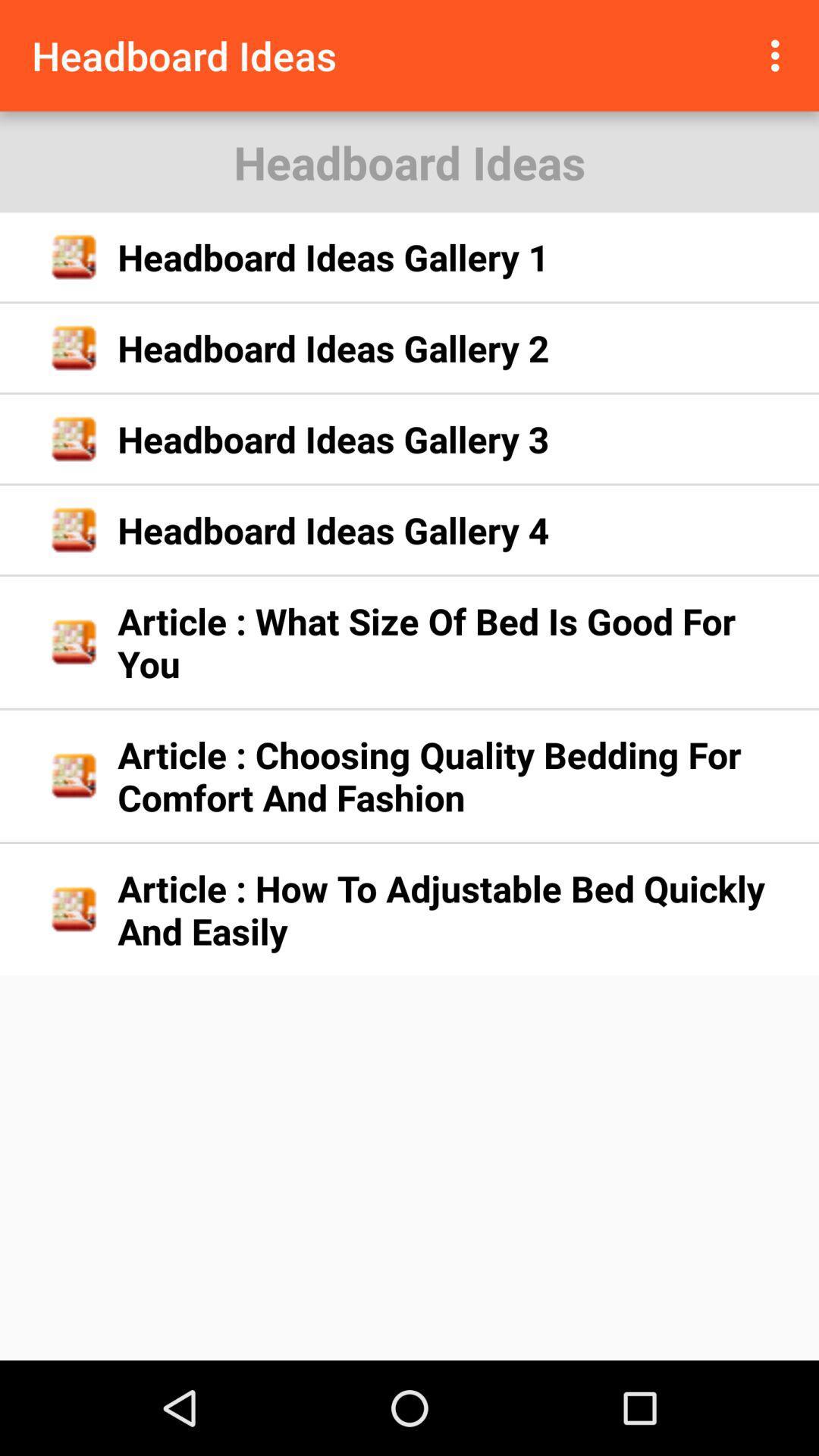 The width and height of the screenshot is (819, 1456). I want to click on icon to the right of headboard ideas icon, so click(779, 55).